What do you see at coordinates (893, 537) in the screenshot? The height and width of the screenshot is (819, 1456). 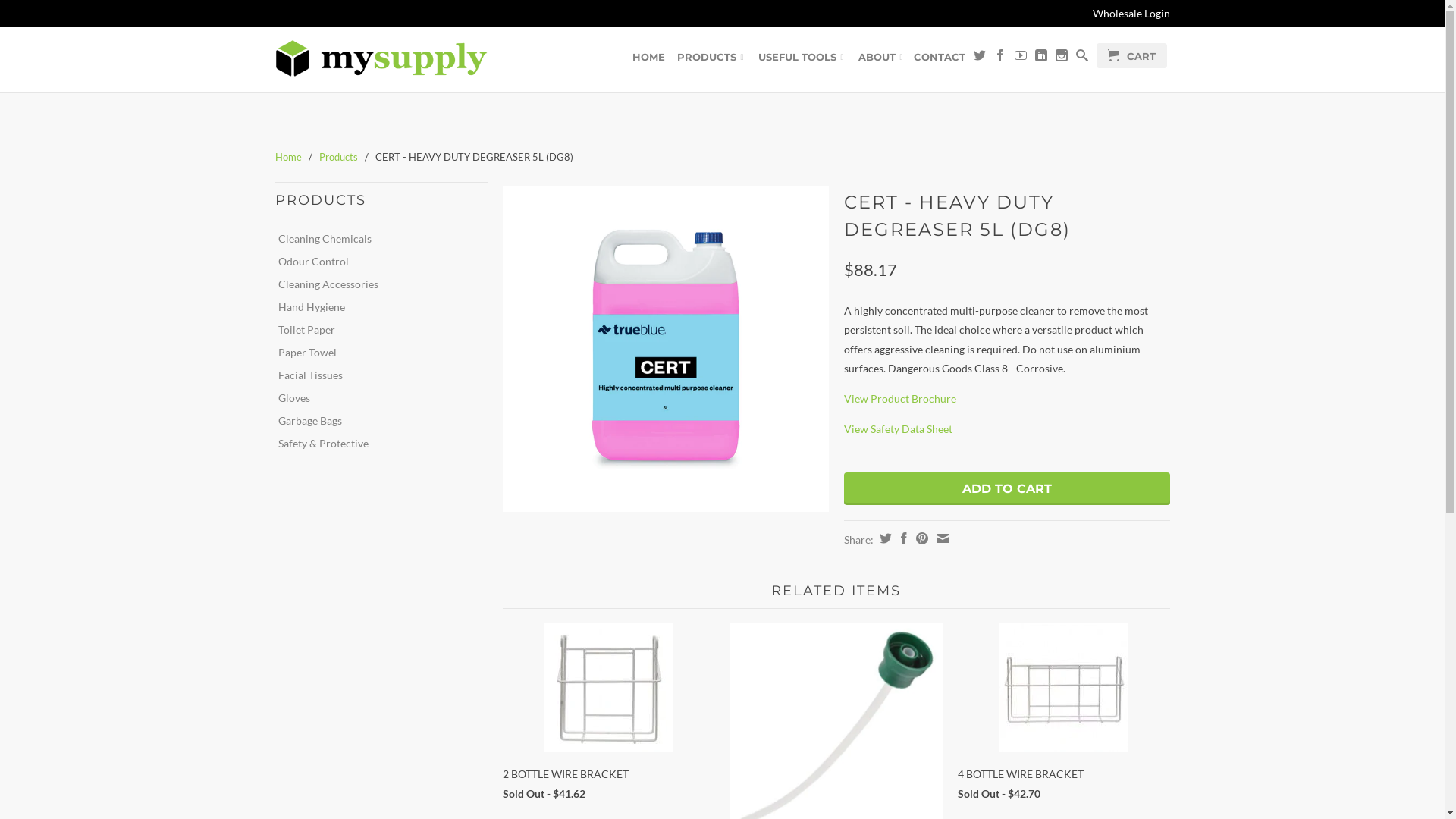 I see `'Share this on Facebook'` at bounding box center [893, 537].